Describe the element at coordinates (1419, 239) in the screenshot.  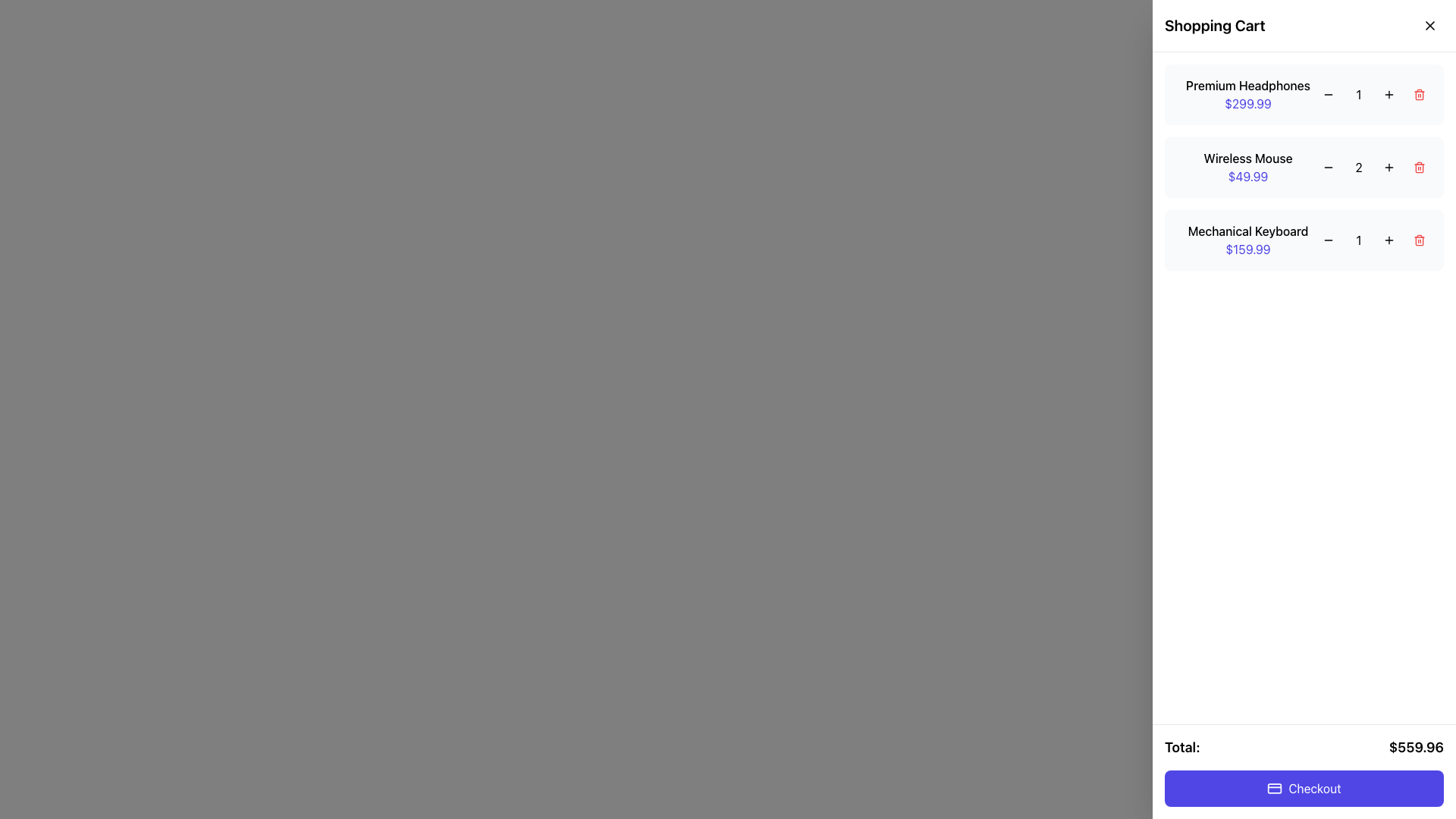
I see `the delete button located at the right end of the row for the 'Mechanical Keyboard' item in the shopping cart` at that location.